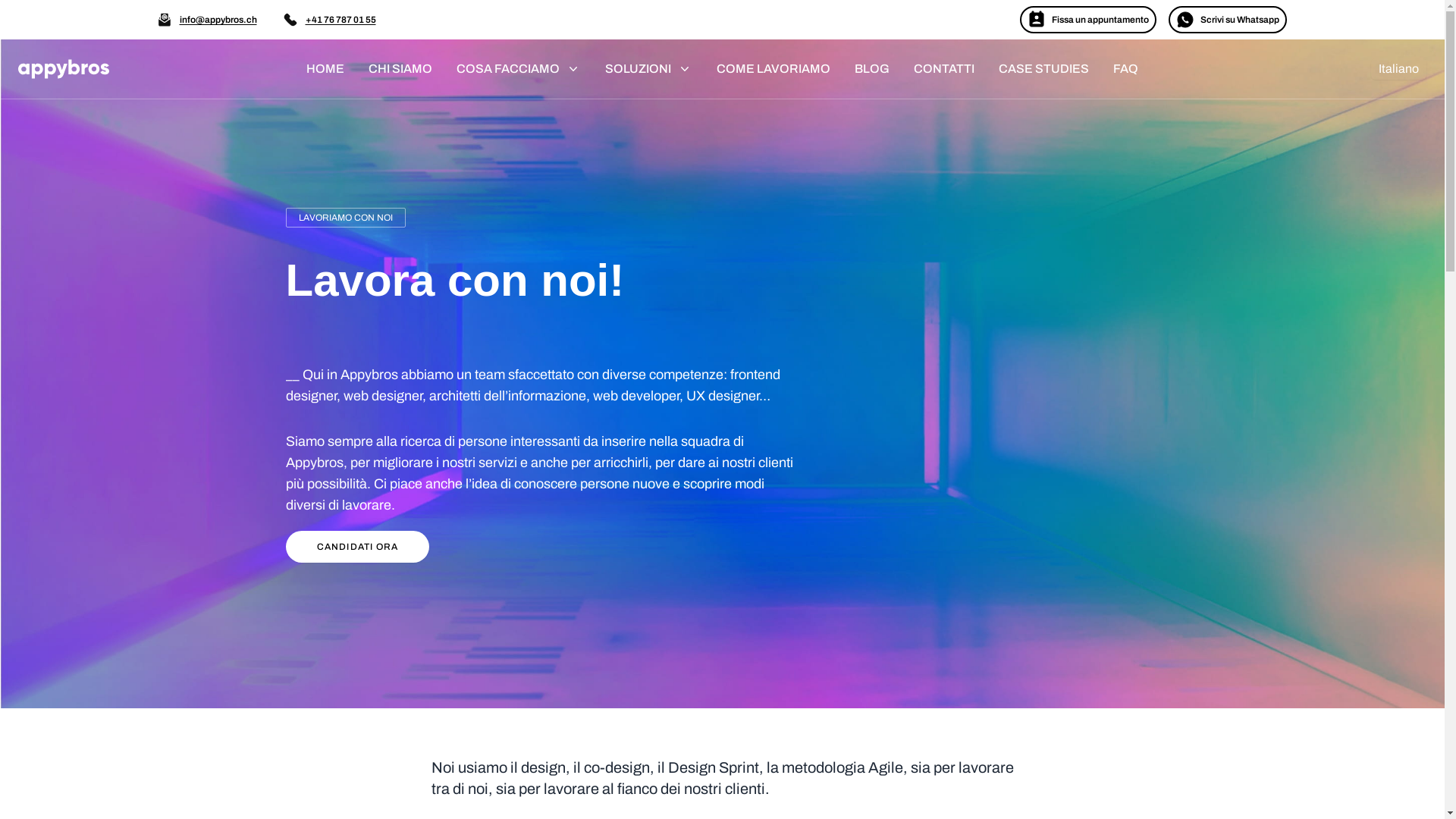 This screenshot has height=819, width=1456. Describe the element at coordinates (294, 69) in the screenshot. I see `'HOME'` at that location.